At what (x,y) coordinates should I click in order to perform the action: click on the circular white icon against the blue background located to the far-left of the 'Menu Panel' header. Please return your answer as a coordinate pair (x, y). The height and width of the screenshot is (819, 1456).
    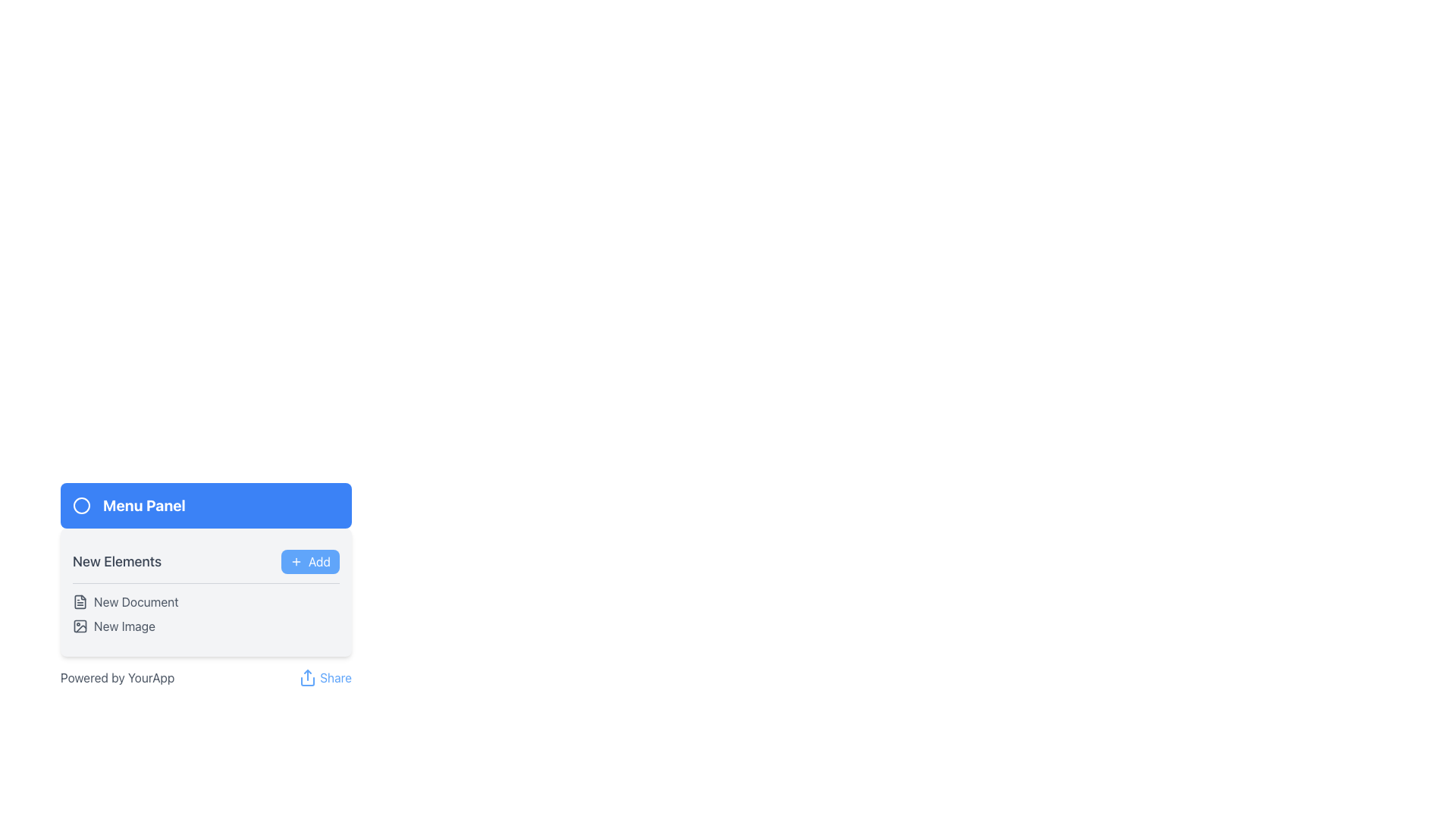
    Looking at the image, I should click on (81, 506).